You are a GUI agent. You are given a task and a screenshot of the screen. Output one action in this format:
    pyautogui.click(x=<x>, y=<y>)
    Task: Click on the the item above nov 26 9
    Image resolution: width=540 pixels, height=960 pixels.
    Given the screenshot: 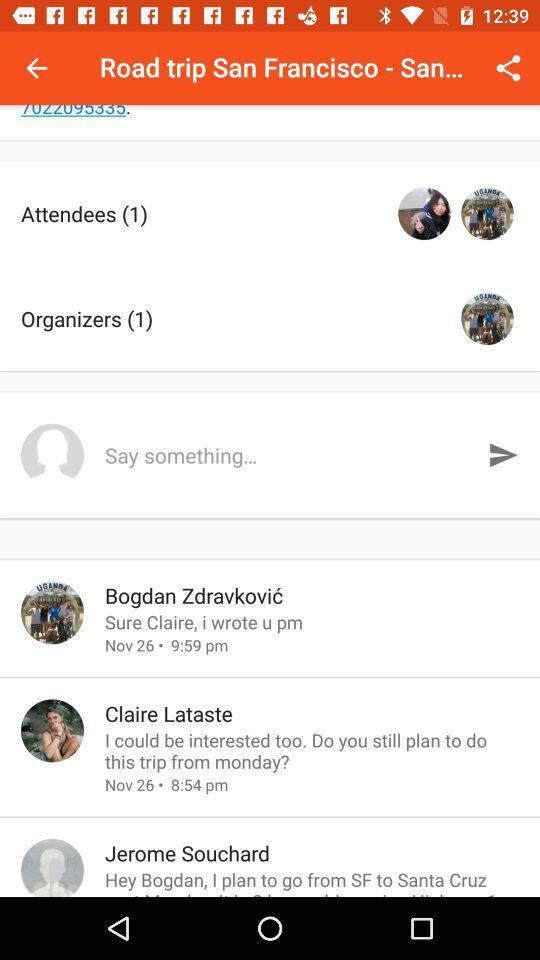 What is the action you would take?
    pyautogui.click(x=312, y=621)
    